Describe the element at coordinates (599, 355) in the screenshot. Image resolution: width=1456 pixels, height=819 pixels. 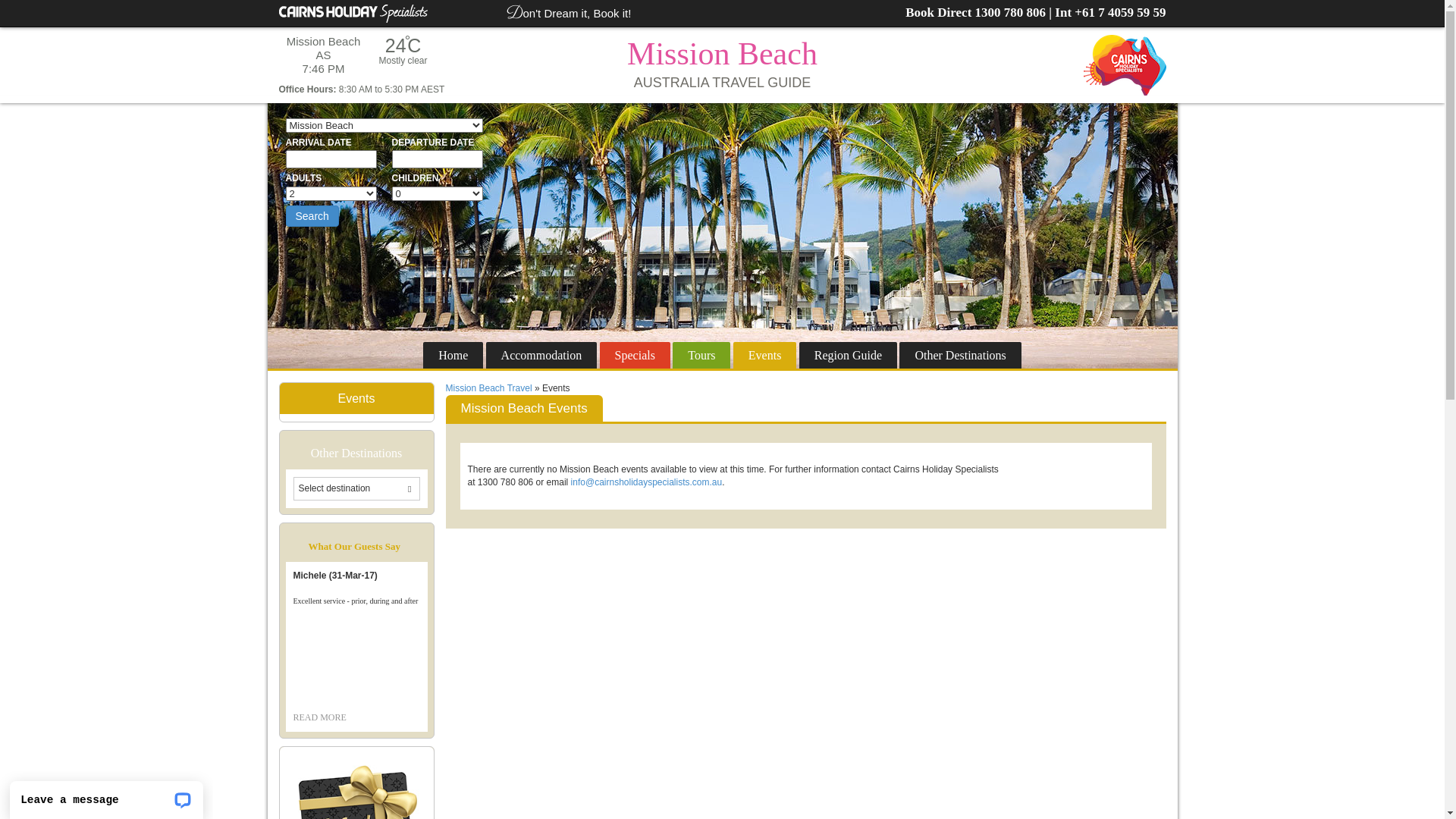
I see `'Specials'` at that location.